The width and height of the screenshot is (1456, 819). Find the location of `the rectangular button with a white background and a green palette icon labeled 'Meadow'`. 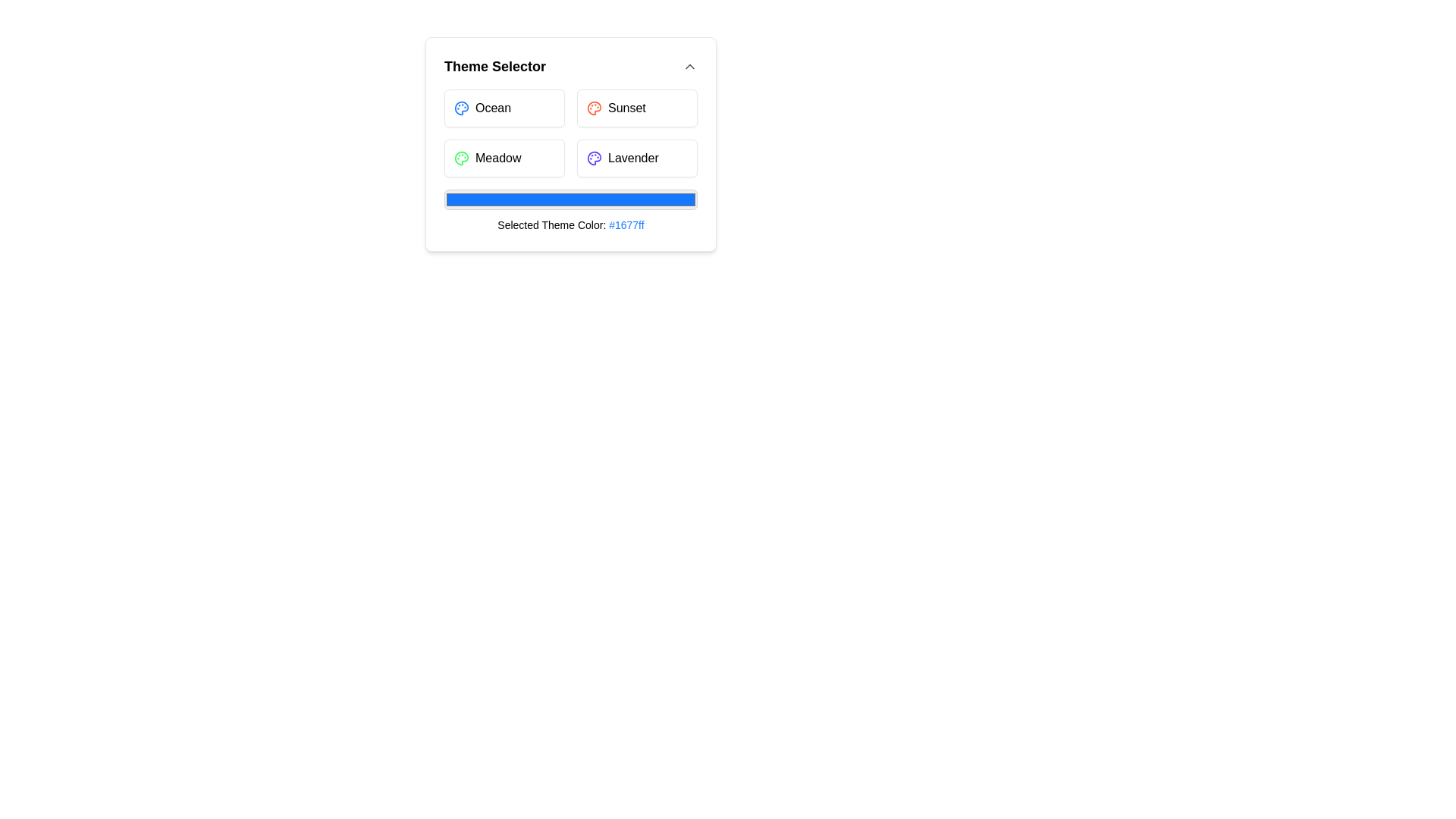

the rectangular button with a white background and a green palette icon labeled 'Meadow' is located at coordinates (504, 158).